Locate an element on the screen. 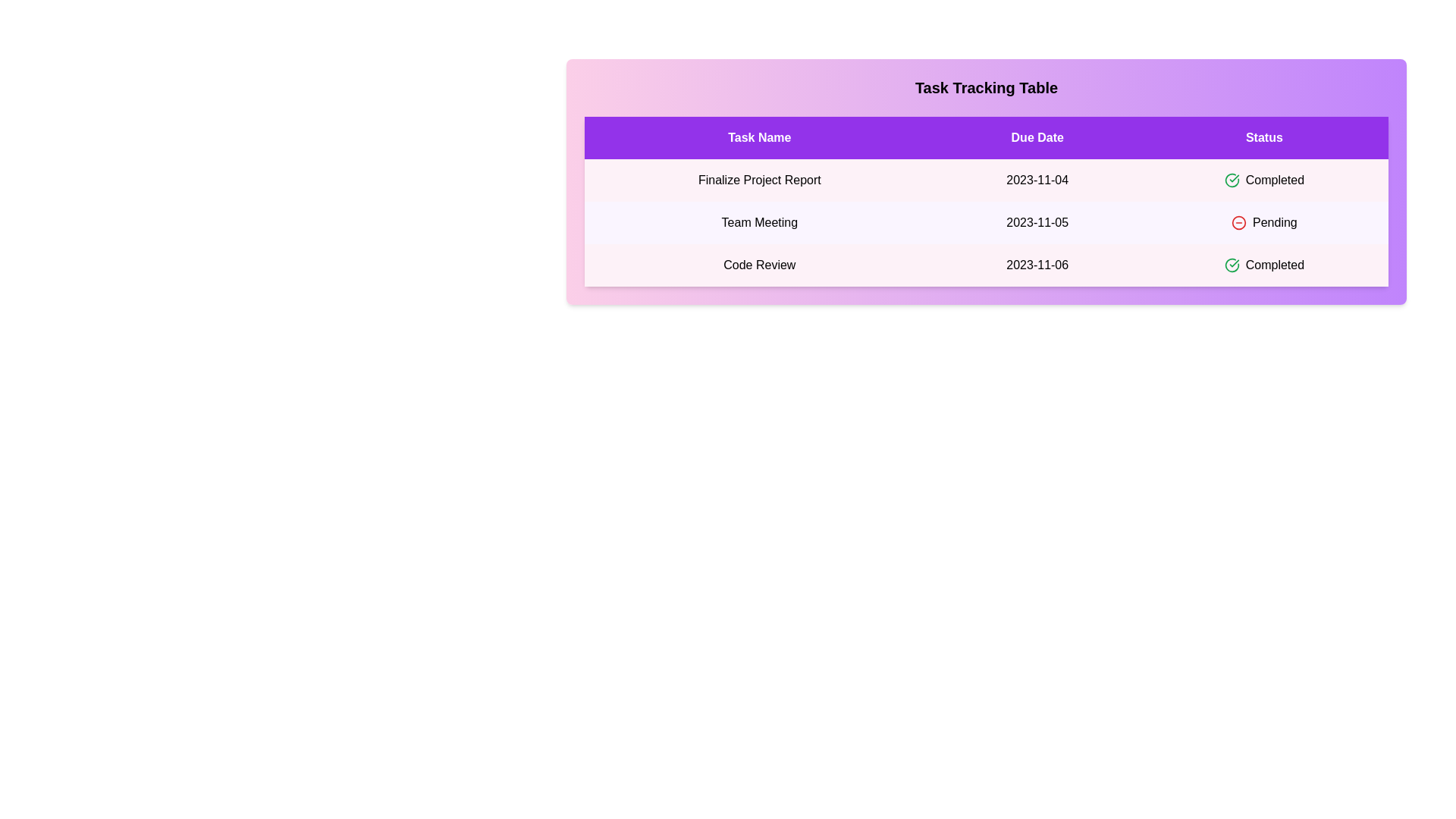 This screenshot has width=1456, height=819. the text 'Finalize Project Report' in the table cell is located at coordinates (759, 180).